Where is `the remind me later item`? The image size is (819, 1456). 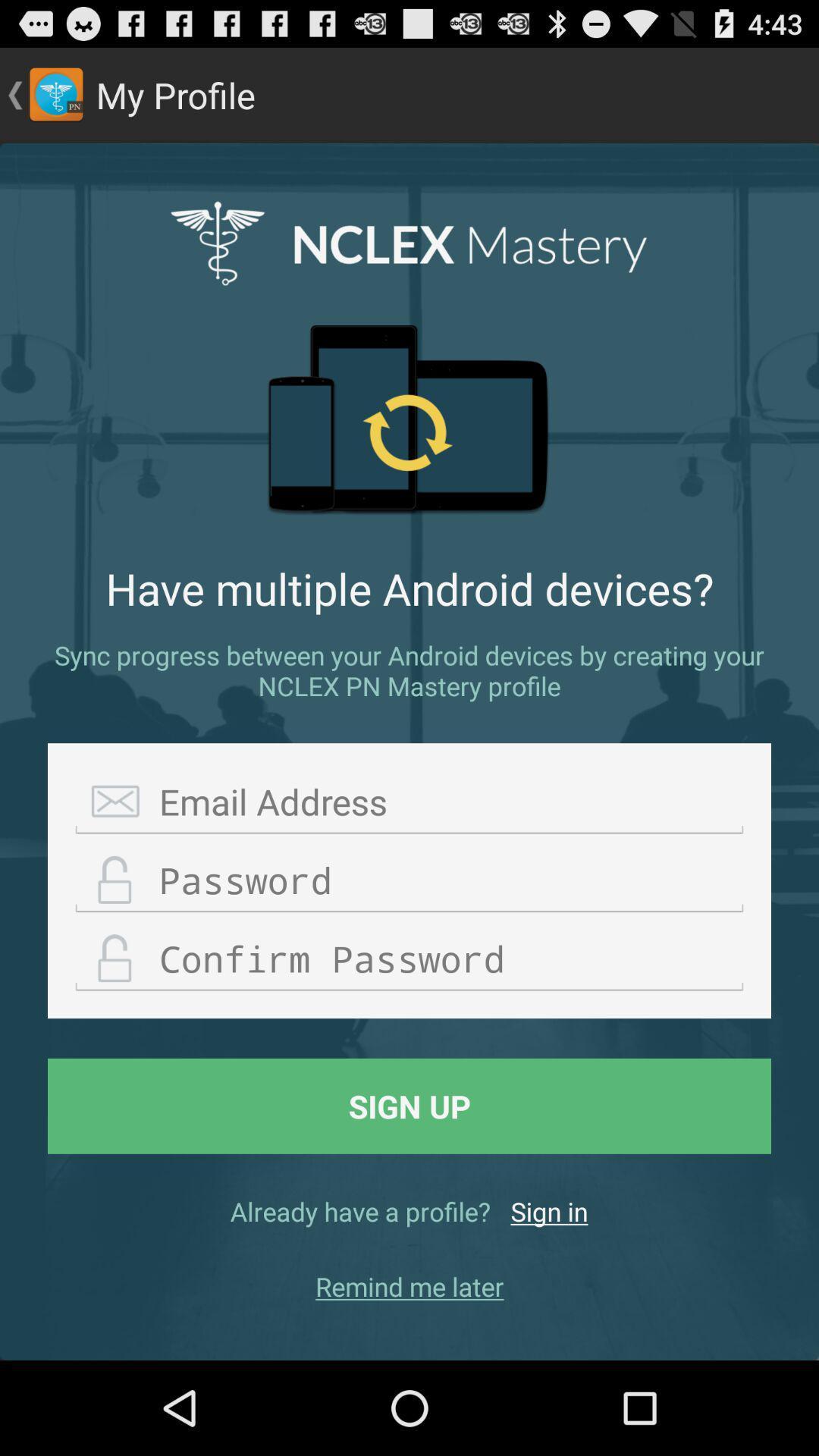
the remind me later item is located at coordinates (409, 1285).